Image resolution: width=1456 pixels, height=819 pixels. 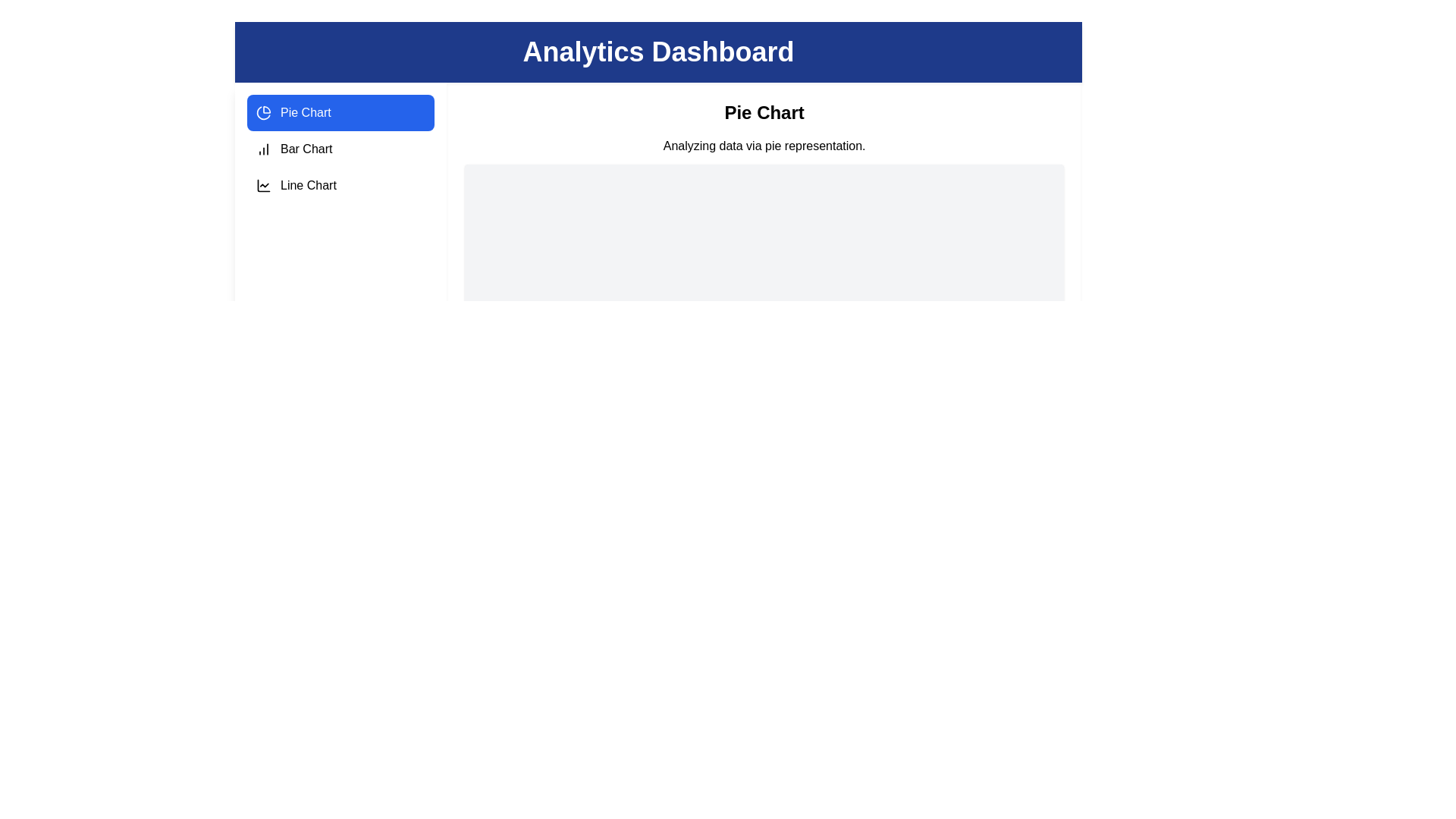 What do you see at coordinates (340, 112) in the screenshot?
I see `the tab labeled Pie Chart in the sidebar` at bounding box center [340, 112].